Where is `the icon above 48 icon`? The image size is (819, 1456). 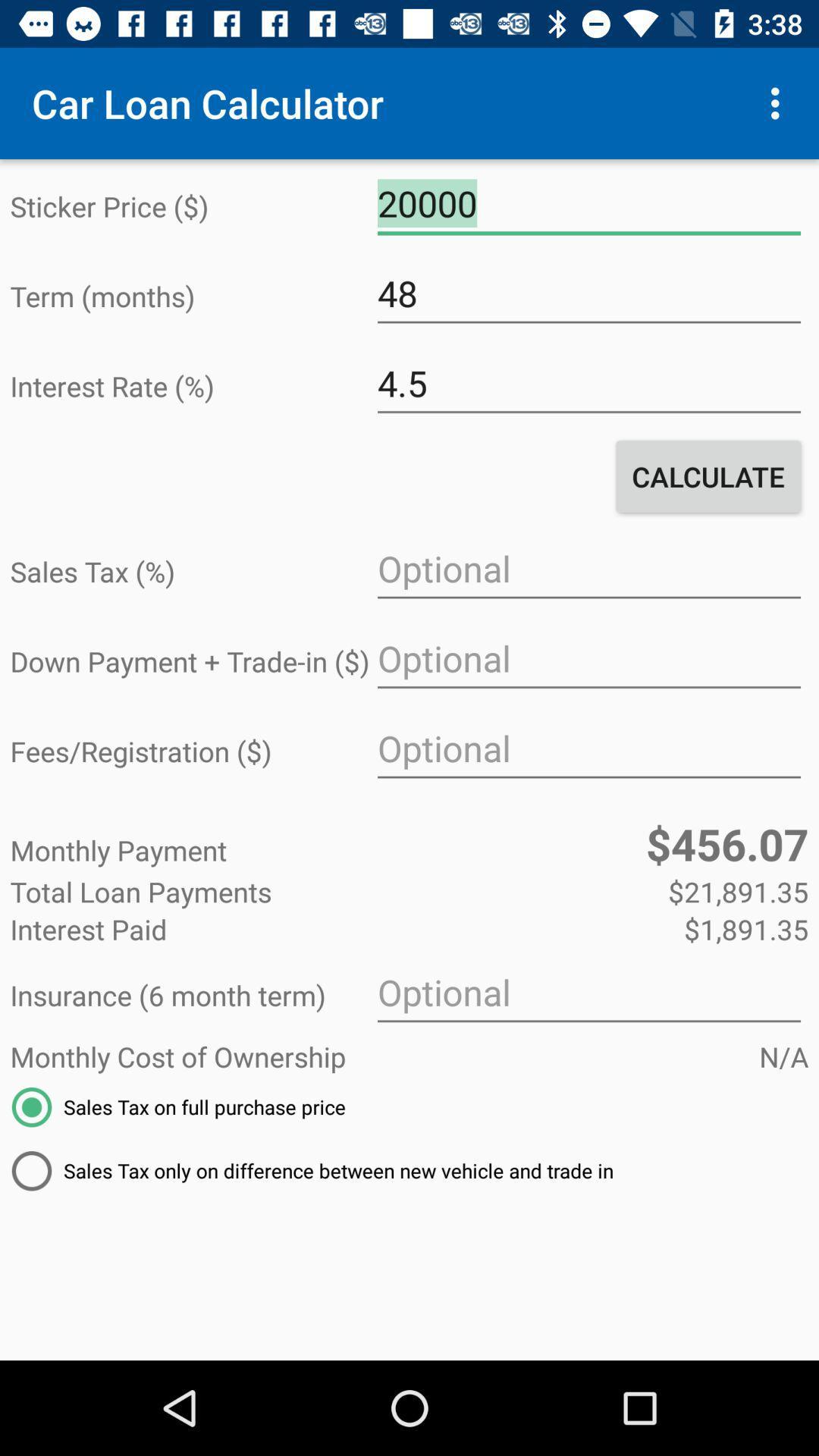 the icon above 48 icon is located at coordinates (588, 203).